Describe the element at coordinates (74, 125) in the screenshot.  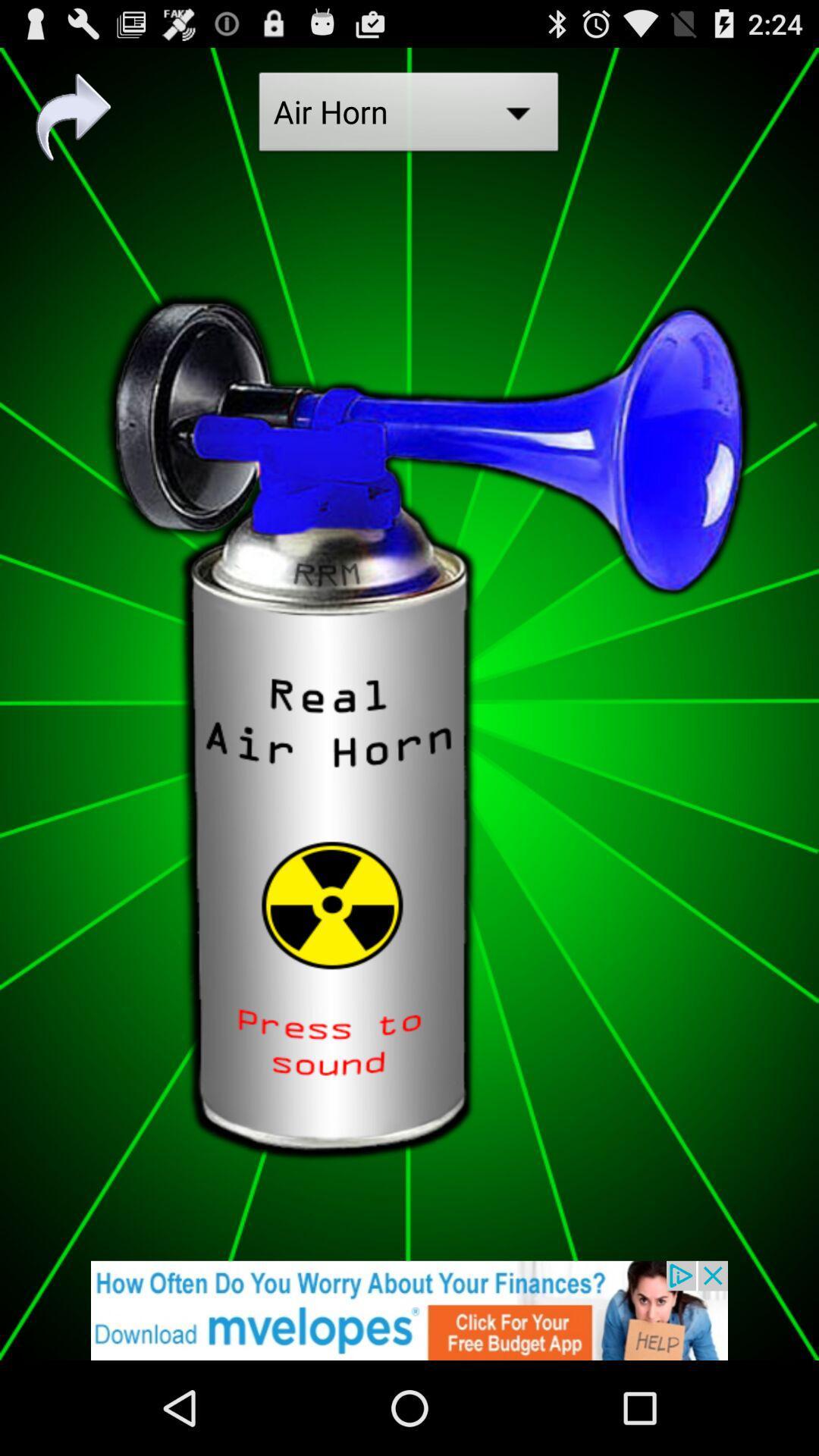
I see `the redo icon` at that location.